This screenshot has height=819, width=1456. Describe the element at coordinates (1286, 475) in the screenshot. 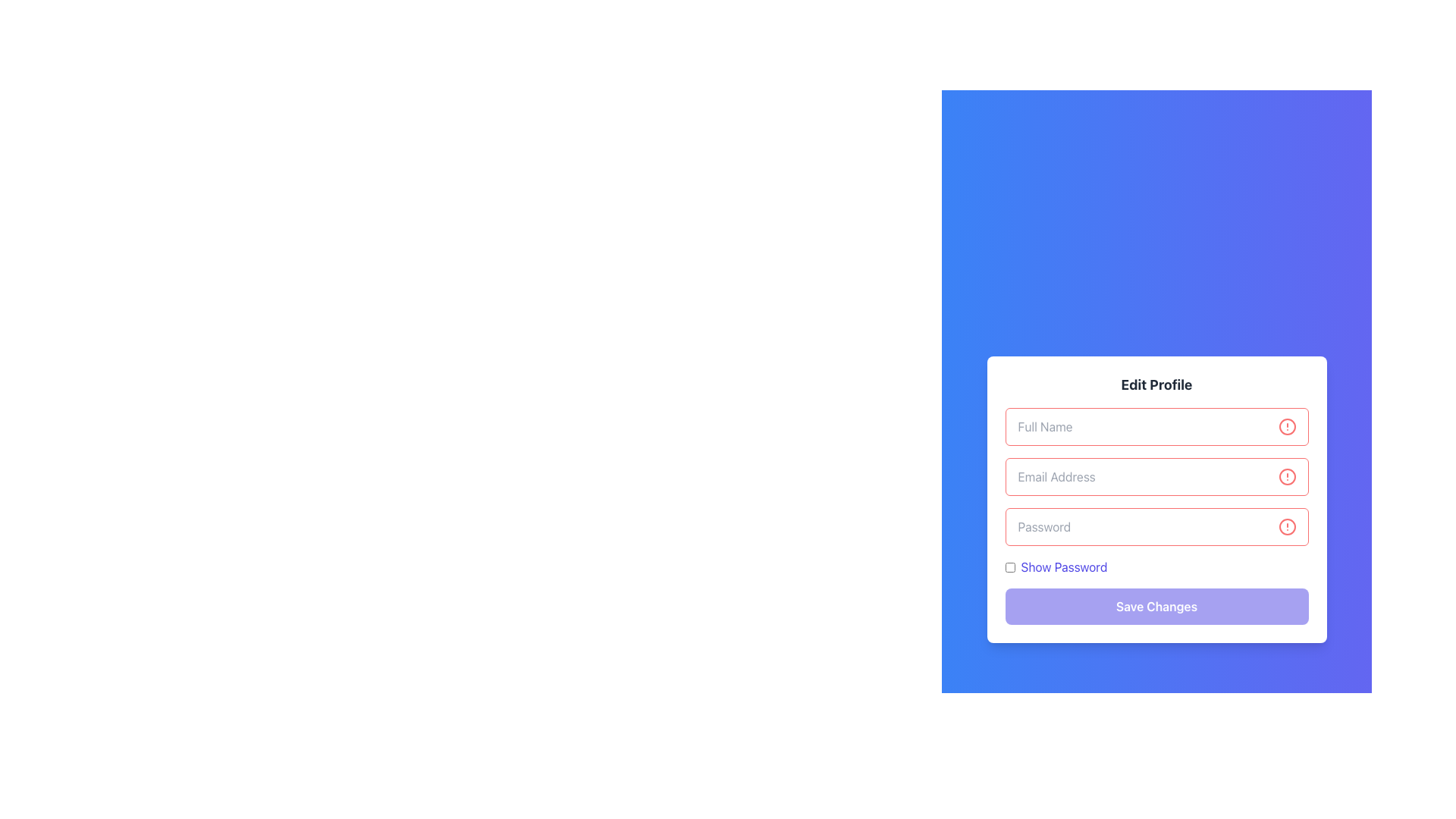

I see `the circular red warning icon that is part of the alert icon next to the 'Email Address' input field` at that location.